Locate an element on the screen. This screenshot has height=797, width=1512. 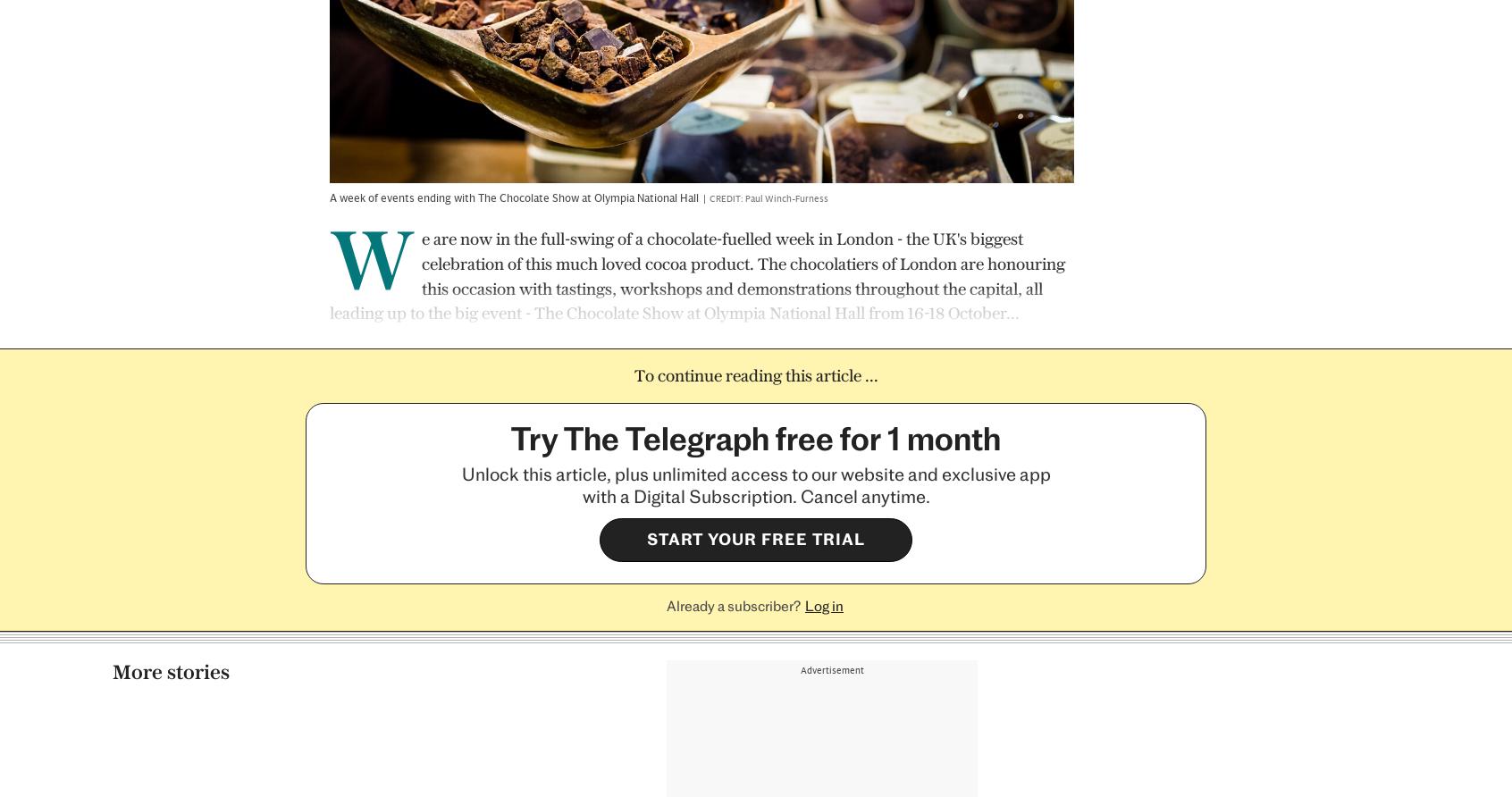
'Tomé Morrissy-Swan' is located at coordinates (1058, 639).